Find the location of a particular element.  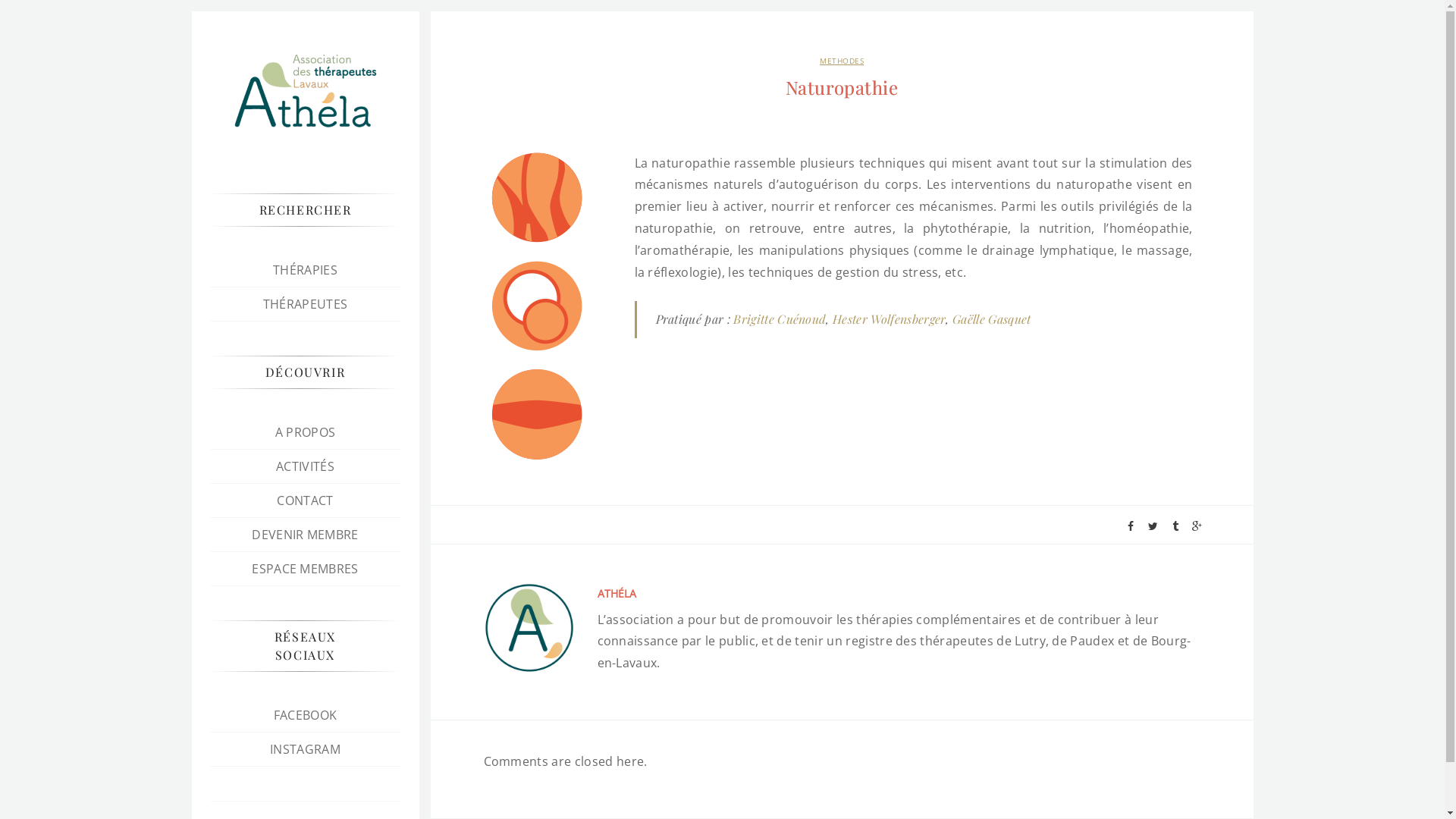

'Plantes' is located at coordinates (537, 196).